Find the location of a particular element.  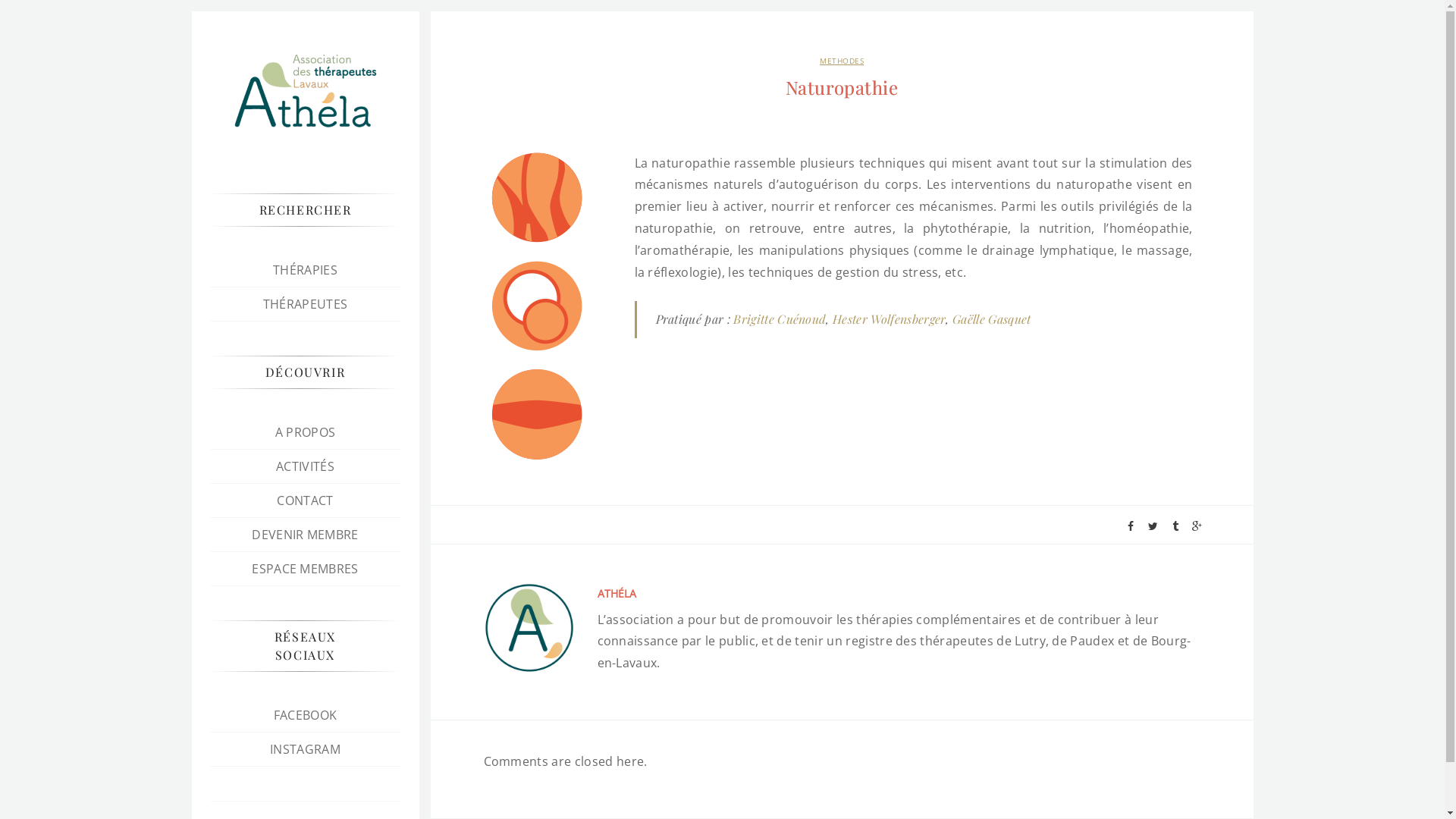

'Plantes' is located at coordinates (537, 196).